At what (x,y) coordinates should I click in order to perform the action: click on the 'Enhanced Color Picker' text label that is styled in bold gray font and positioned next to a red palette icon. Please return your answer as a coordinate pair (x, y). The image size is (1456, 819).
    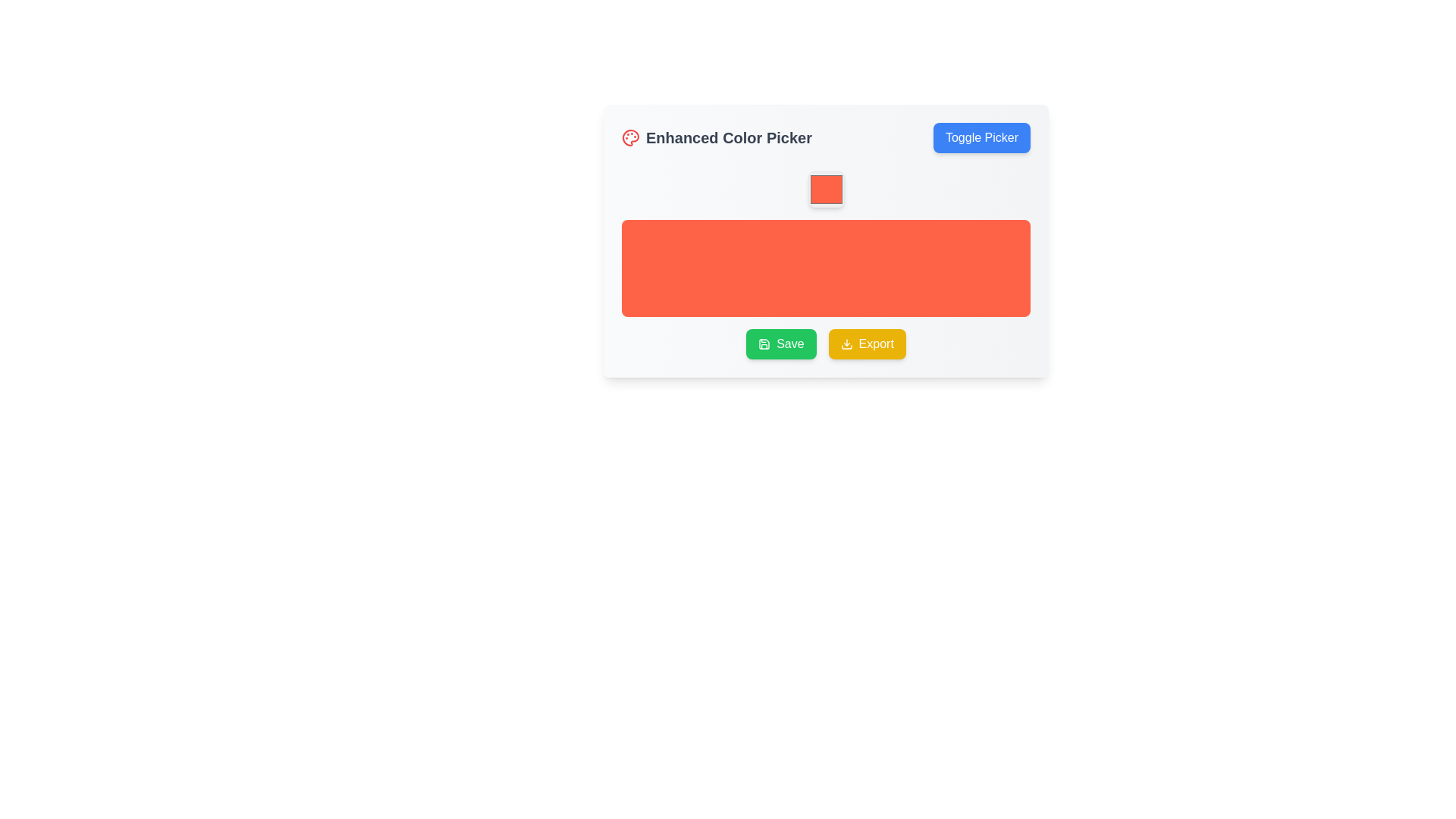
    Looking at the image, I should click on (716, 137).